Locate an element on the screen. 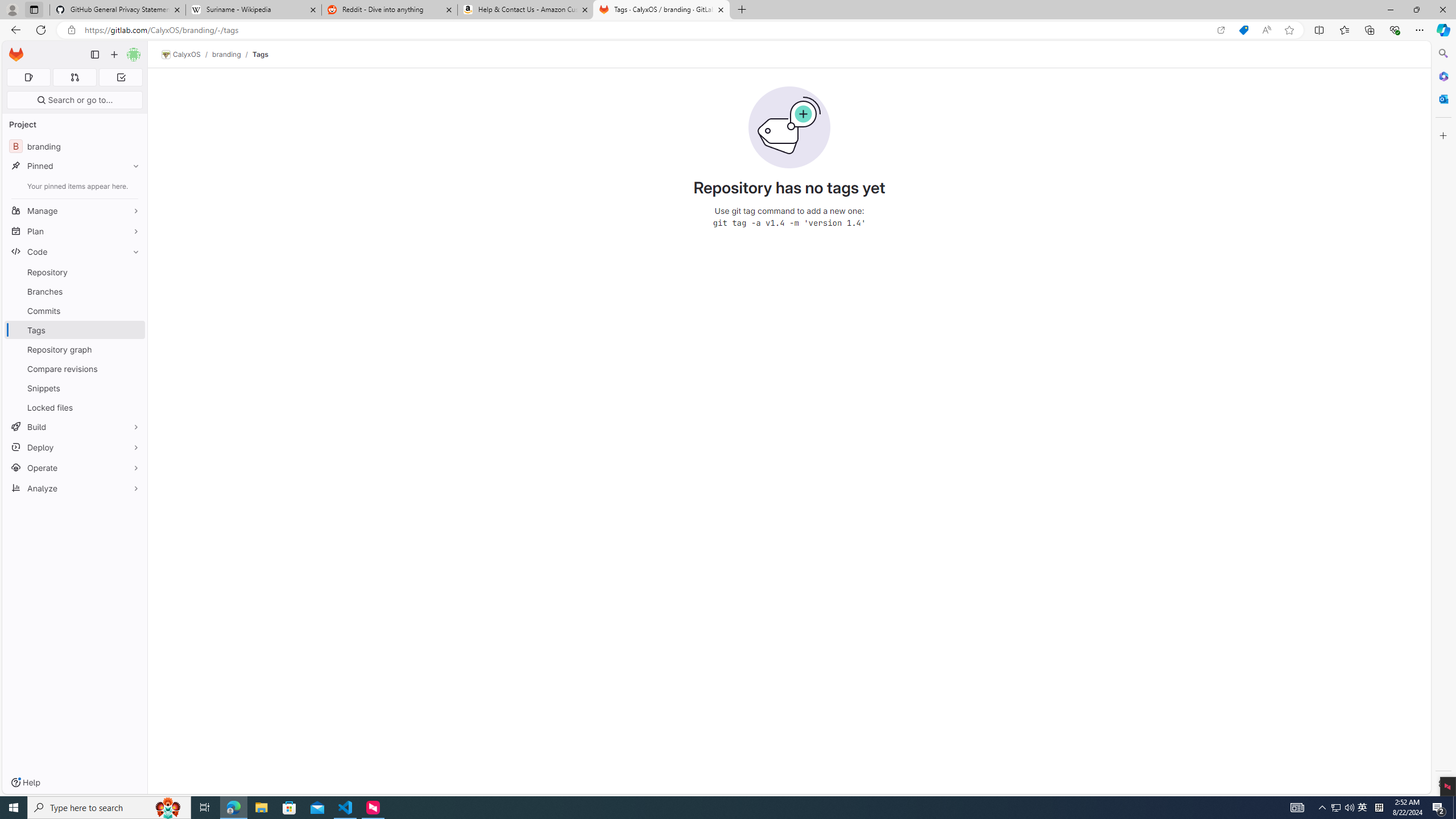 The height and width of the screenshot is (819, 1456). 'Pin Repository' is located at coordinates (133, 272).